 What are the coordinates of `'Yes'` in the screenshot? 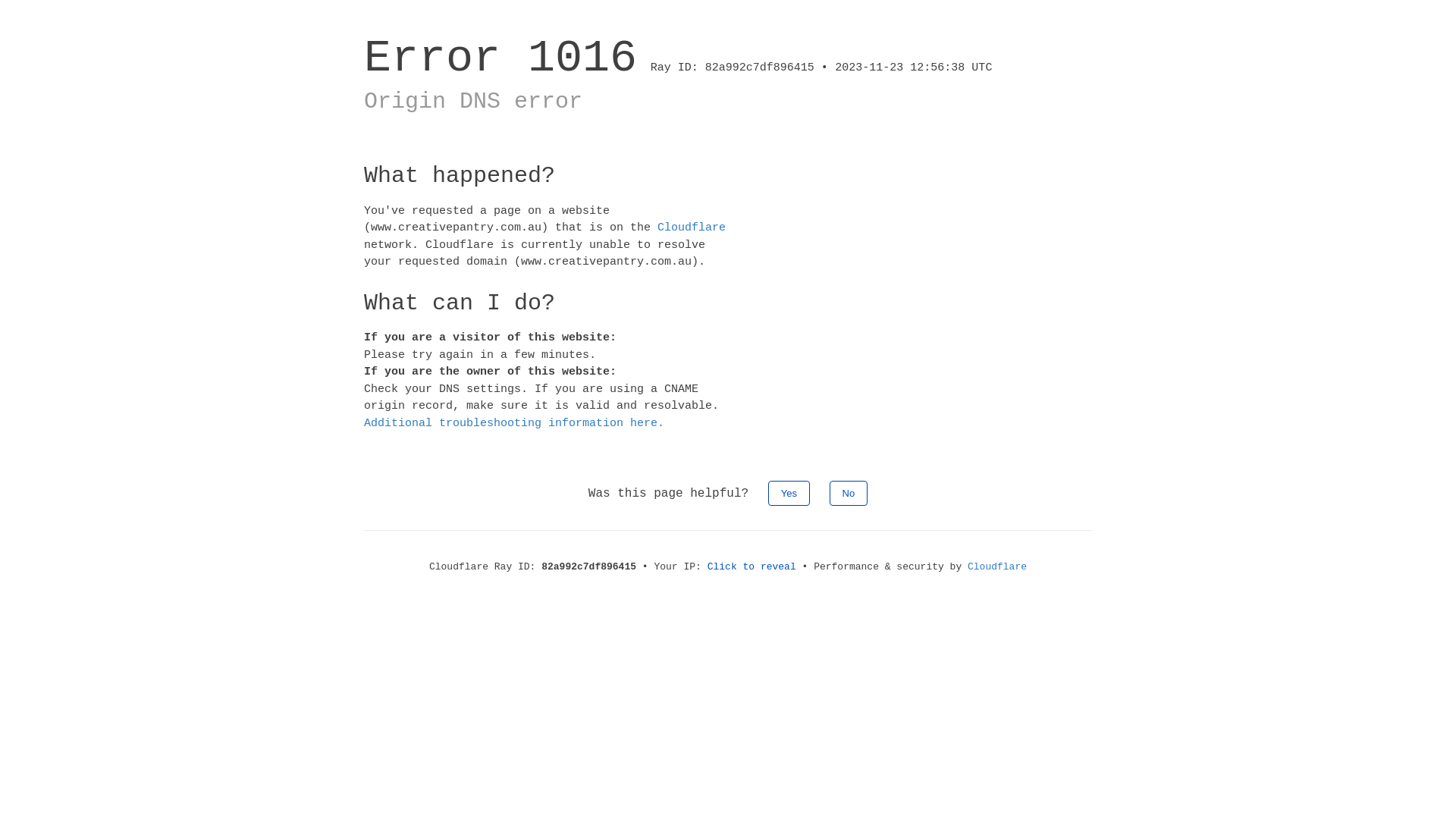 It's located at (767, 493).